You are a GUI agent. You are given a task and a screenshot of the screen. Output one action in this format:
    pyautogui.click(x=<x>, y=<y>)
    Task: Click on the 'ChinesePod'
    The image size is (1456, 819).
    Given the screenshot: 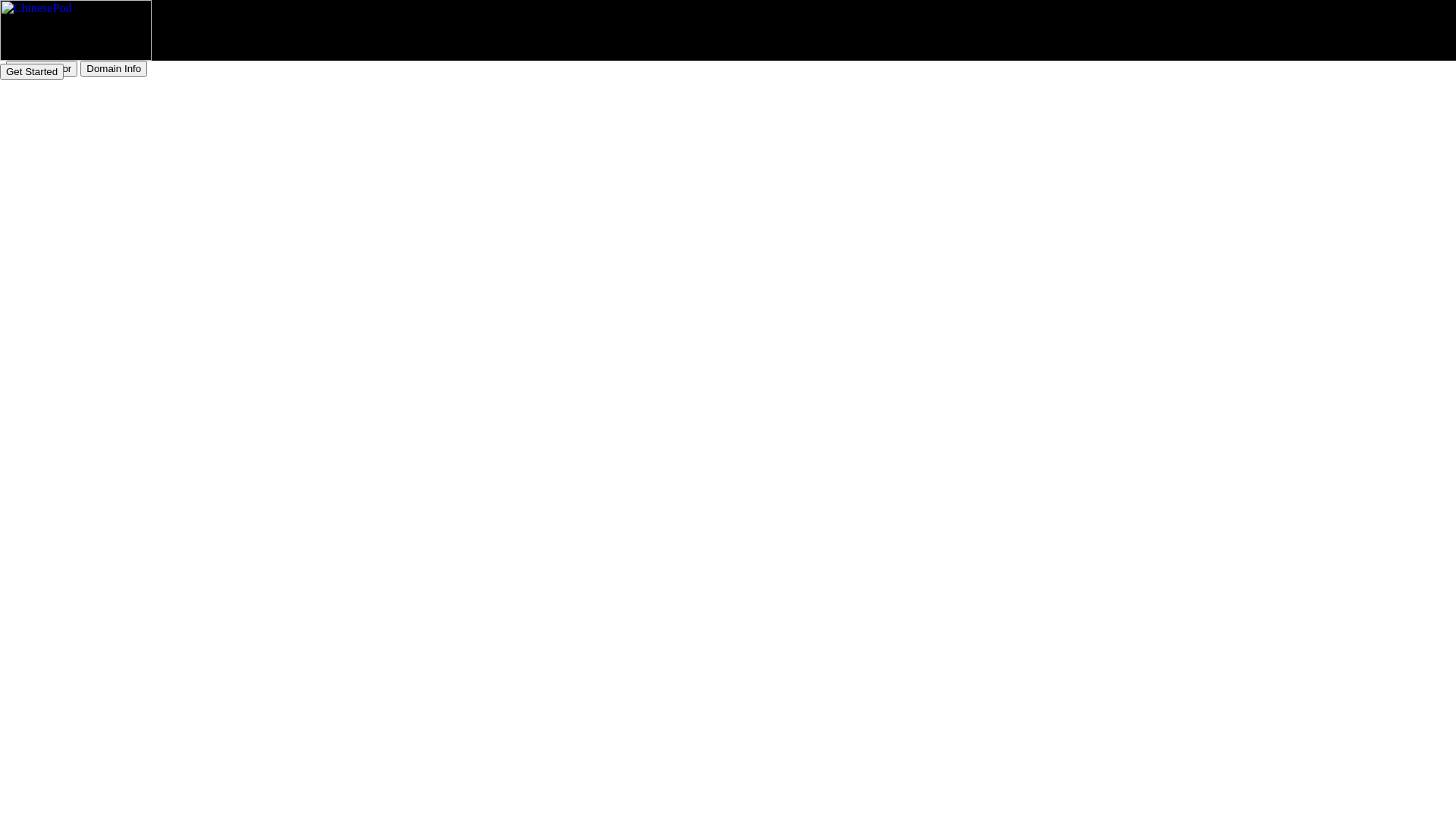 What is the action you would take?
    pyautogui.click(x=75, y=30)
    